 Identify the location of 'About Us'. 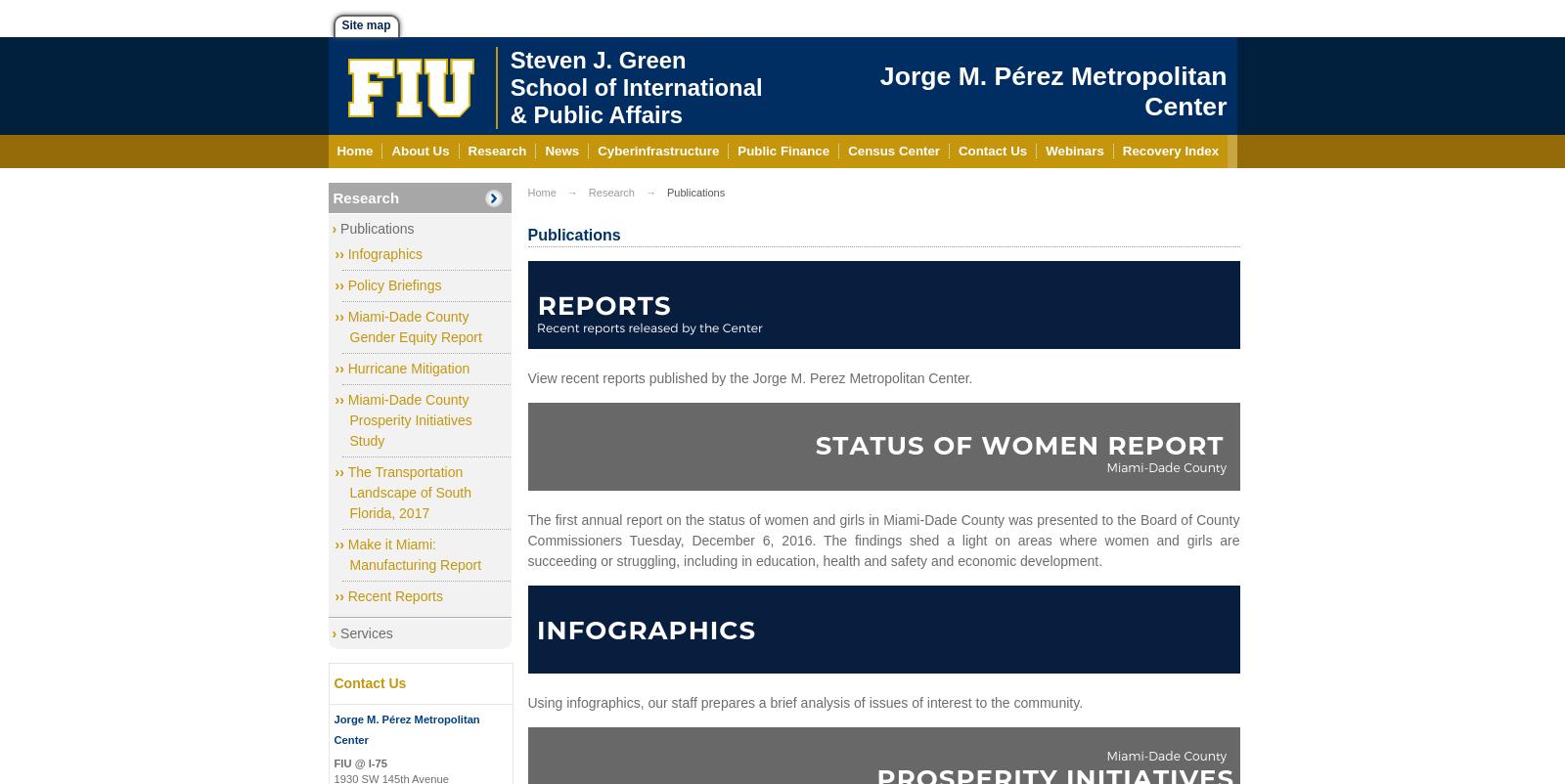
(419, 150).